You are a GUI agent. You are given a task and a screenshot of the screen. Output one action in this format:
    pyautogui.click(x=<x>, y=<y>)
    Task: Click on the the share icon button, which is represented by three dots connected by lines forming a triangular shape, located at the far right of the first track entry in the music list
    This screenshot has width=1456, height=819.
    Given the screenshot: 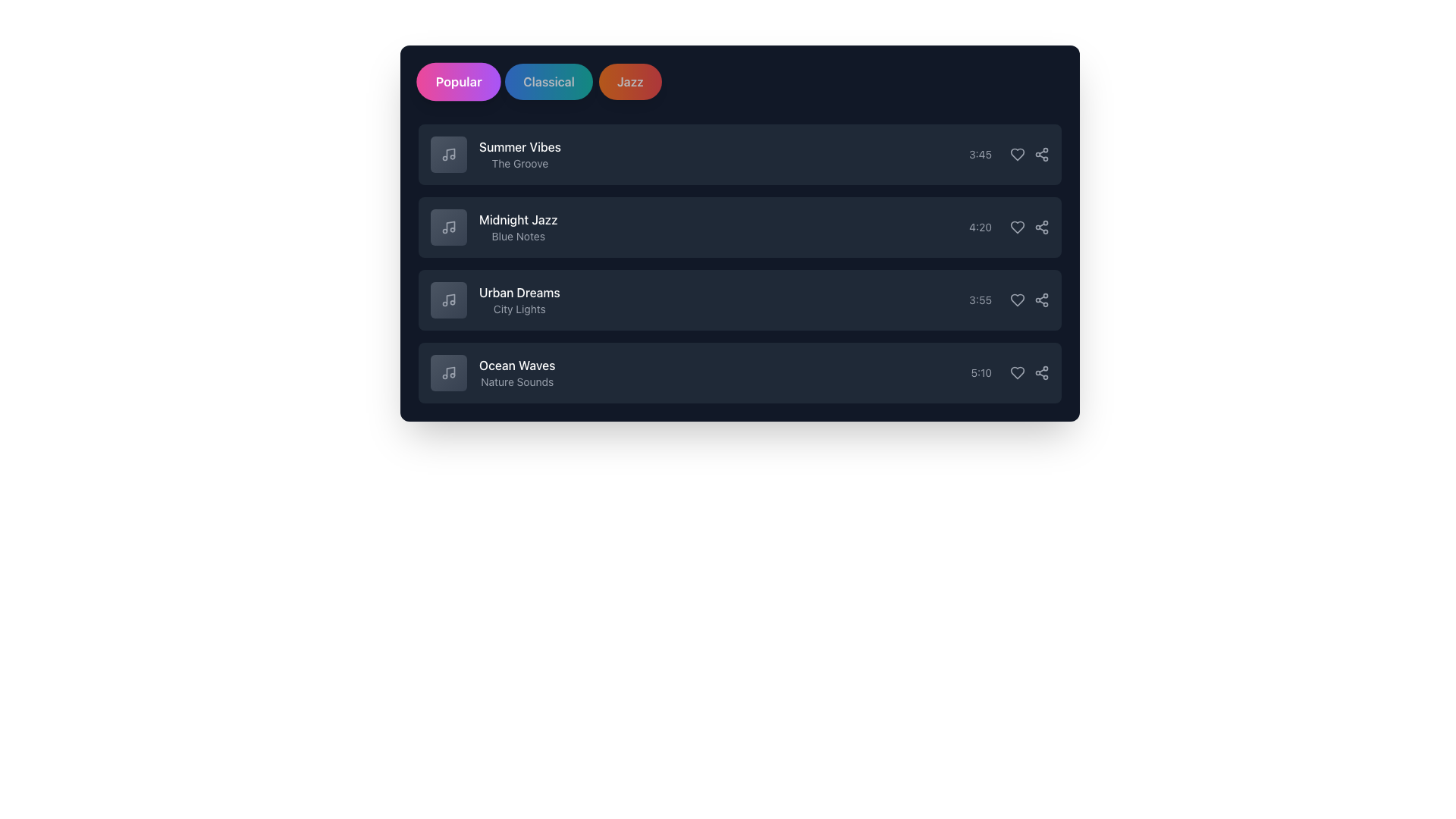 What is the action you would take?
    pyautogui.click(x=1040, y=155)
    